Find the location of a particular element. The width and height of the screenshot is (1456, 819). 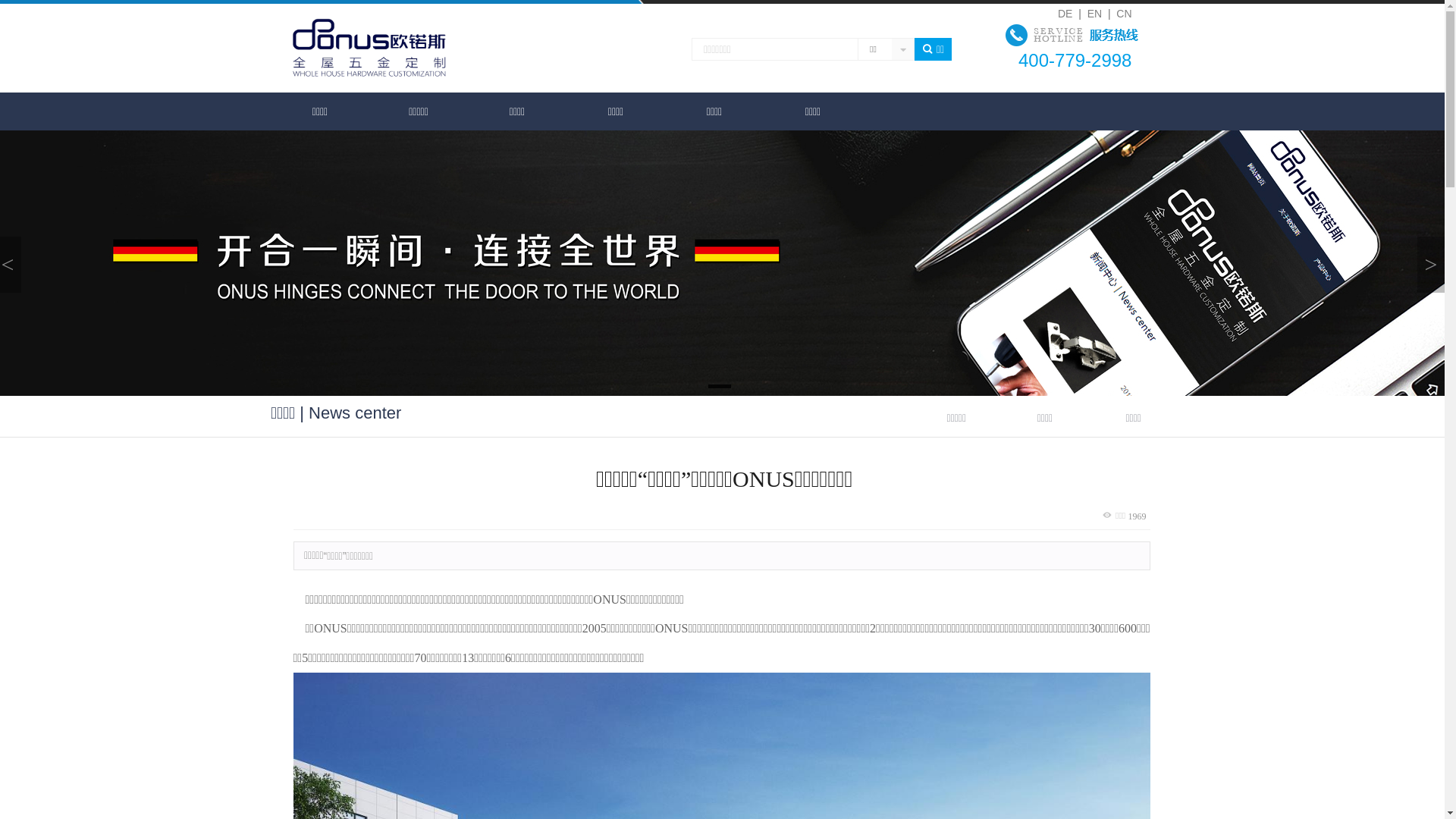

'CN' is located at coordinates (1124, 14).